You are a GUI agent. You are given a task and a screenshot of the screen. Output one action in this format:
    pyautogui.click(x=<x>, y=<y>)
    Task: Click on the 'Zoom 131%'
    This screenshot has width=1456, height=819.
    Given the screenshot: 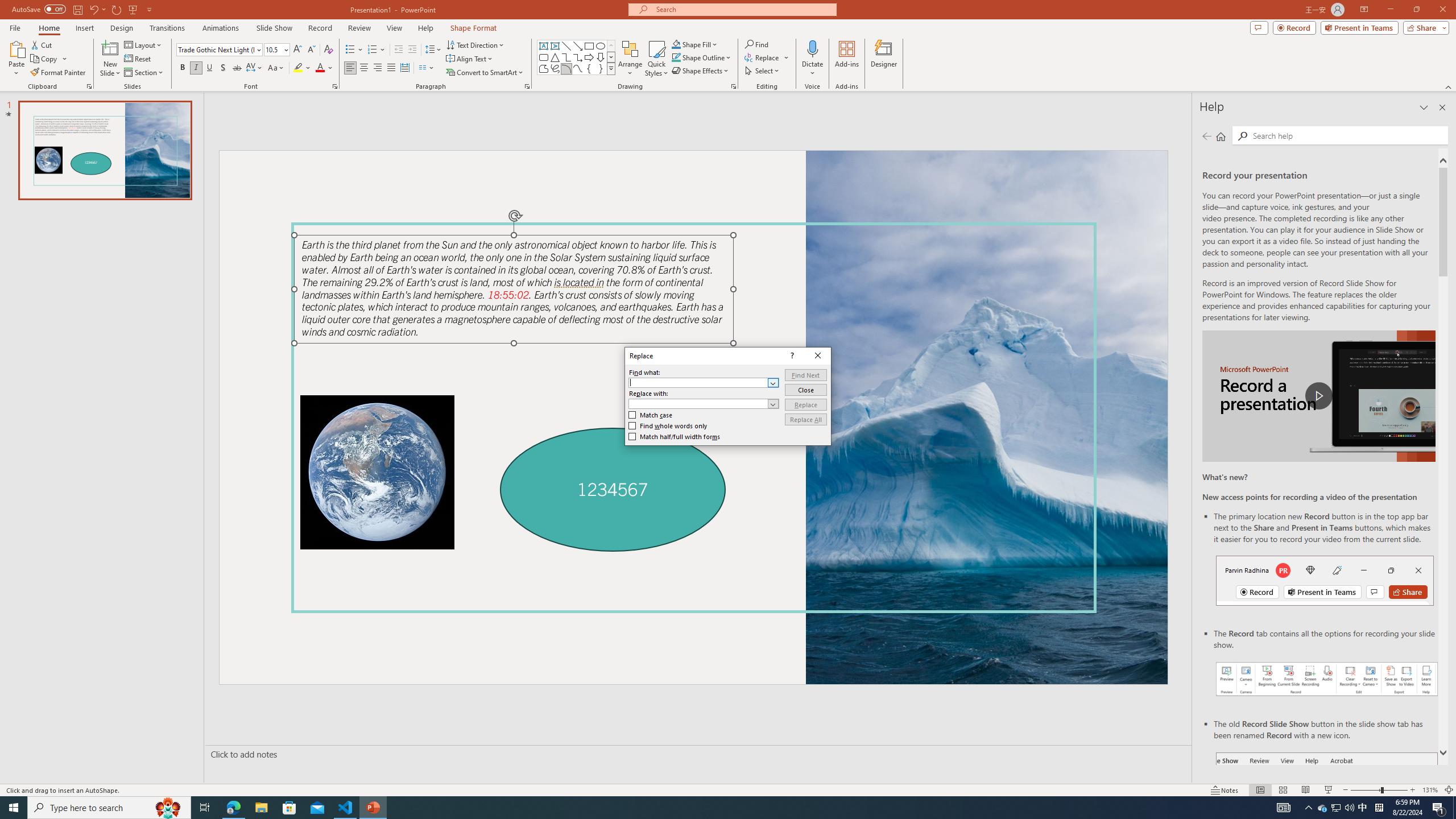 What is the action you would take?
    pyautogui.click(x=1430, y=790)
    